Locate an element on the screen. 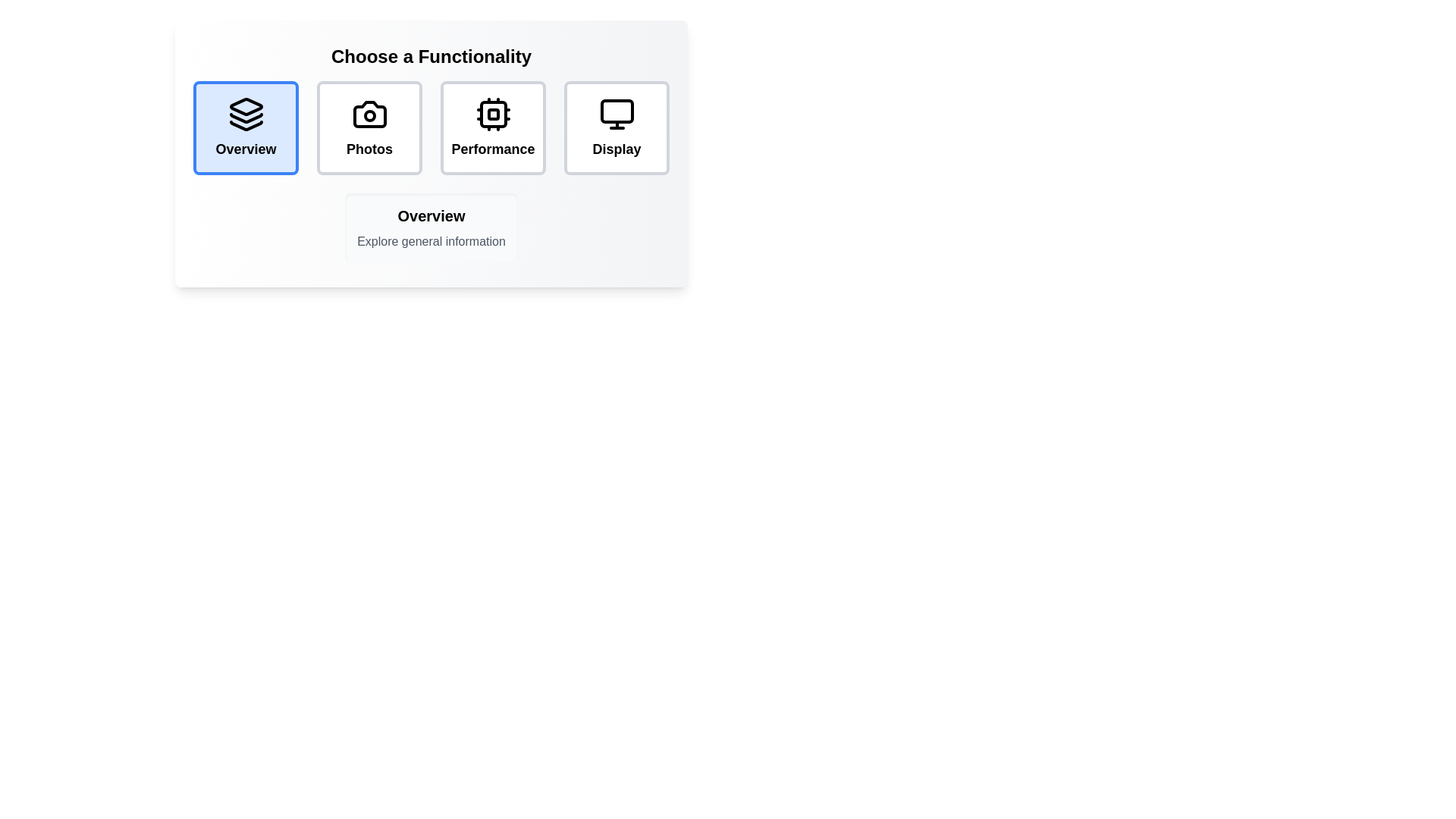 The image size is (1456, 819). keyboard navigation is located at coordinates (431, 127).